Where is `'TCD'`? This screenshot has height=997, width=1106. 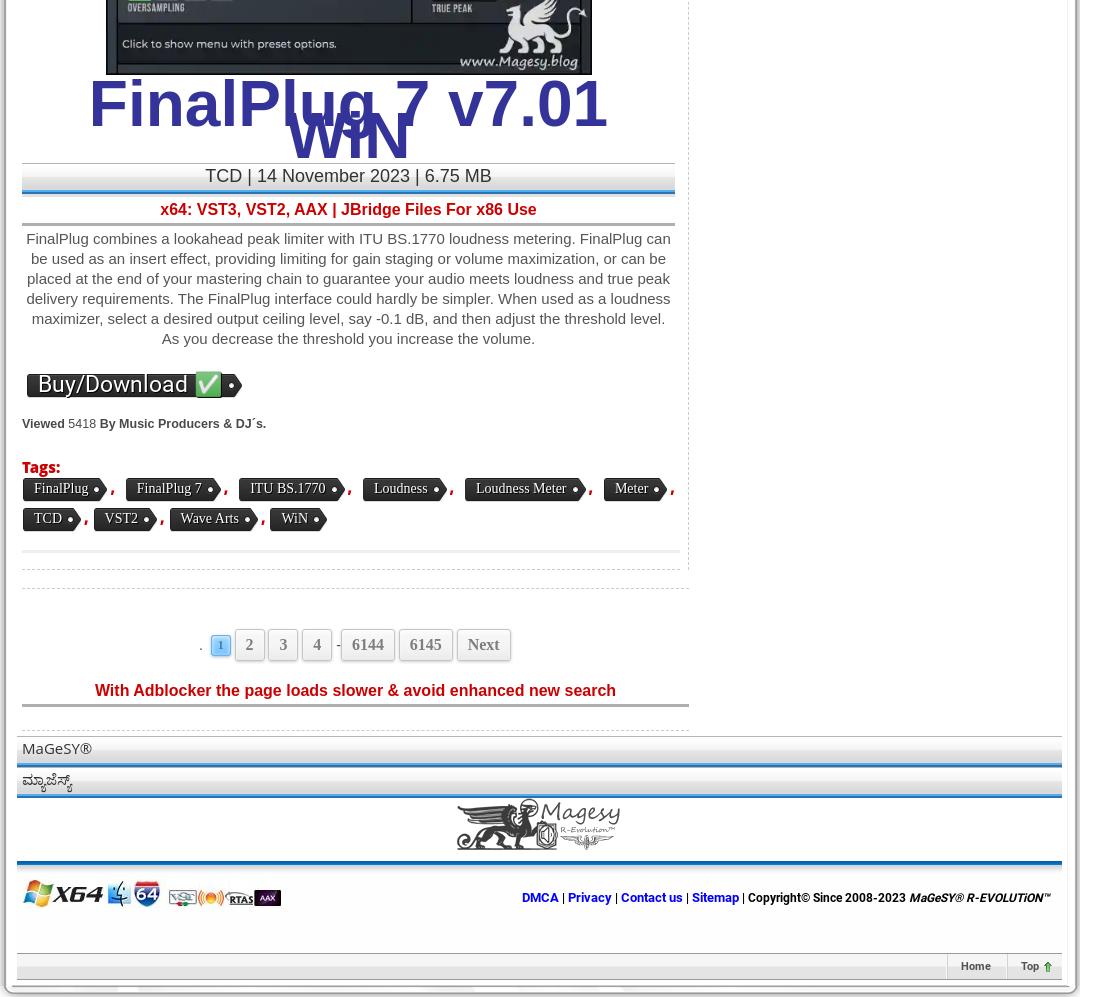 'TCD' is located at coordinates (47, 517).